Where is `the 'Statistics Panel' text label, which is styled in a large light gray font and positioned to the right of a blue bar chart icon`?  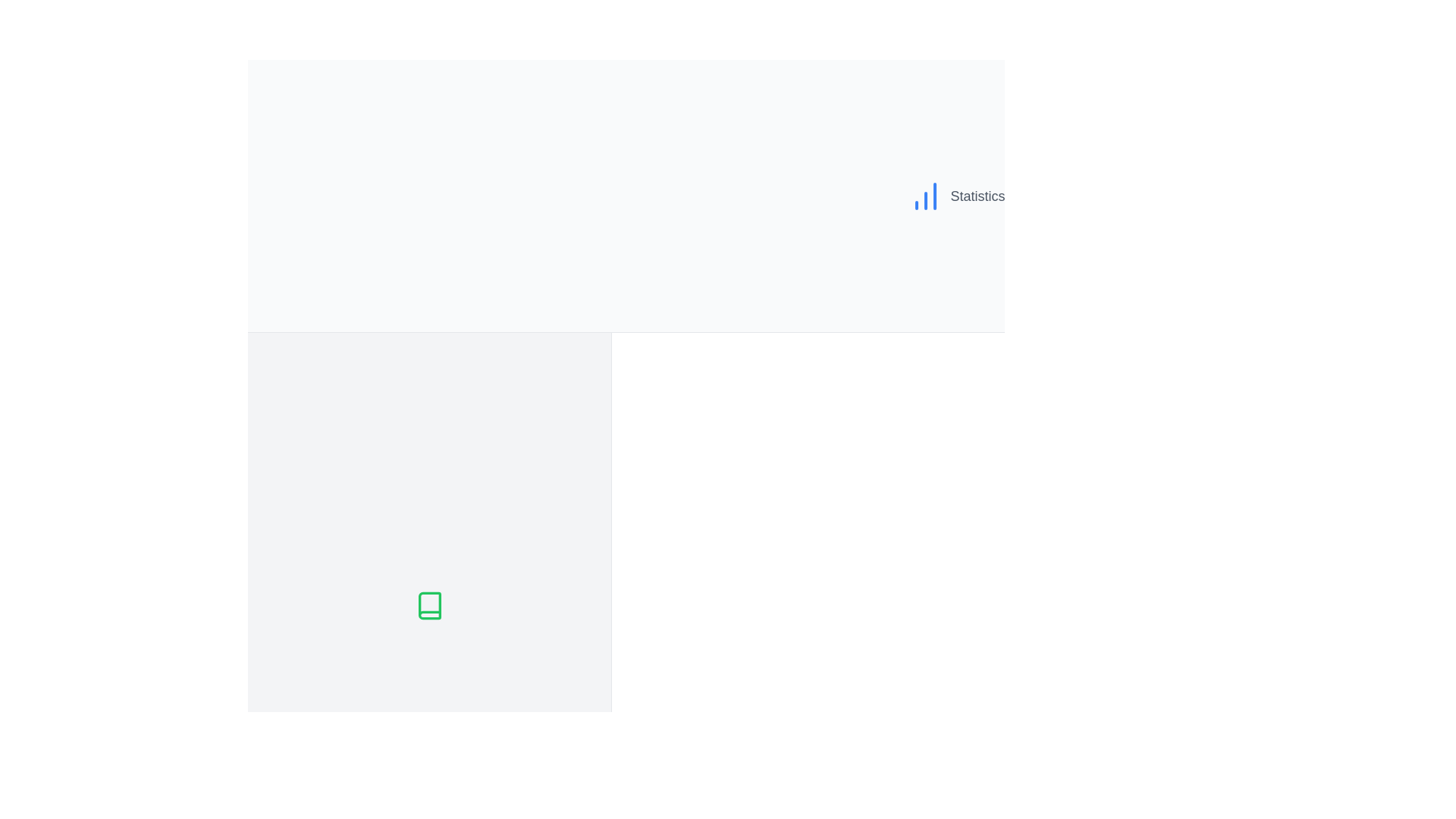
the 'Statistics Panel' text label, which is styled in a large light gray font and positioned to the right of a blue bar chart icon is located at coordinates (997, 195).